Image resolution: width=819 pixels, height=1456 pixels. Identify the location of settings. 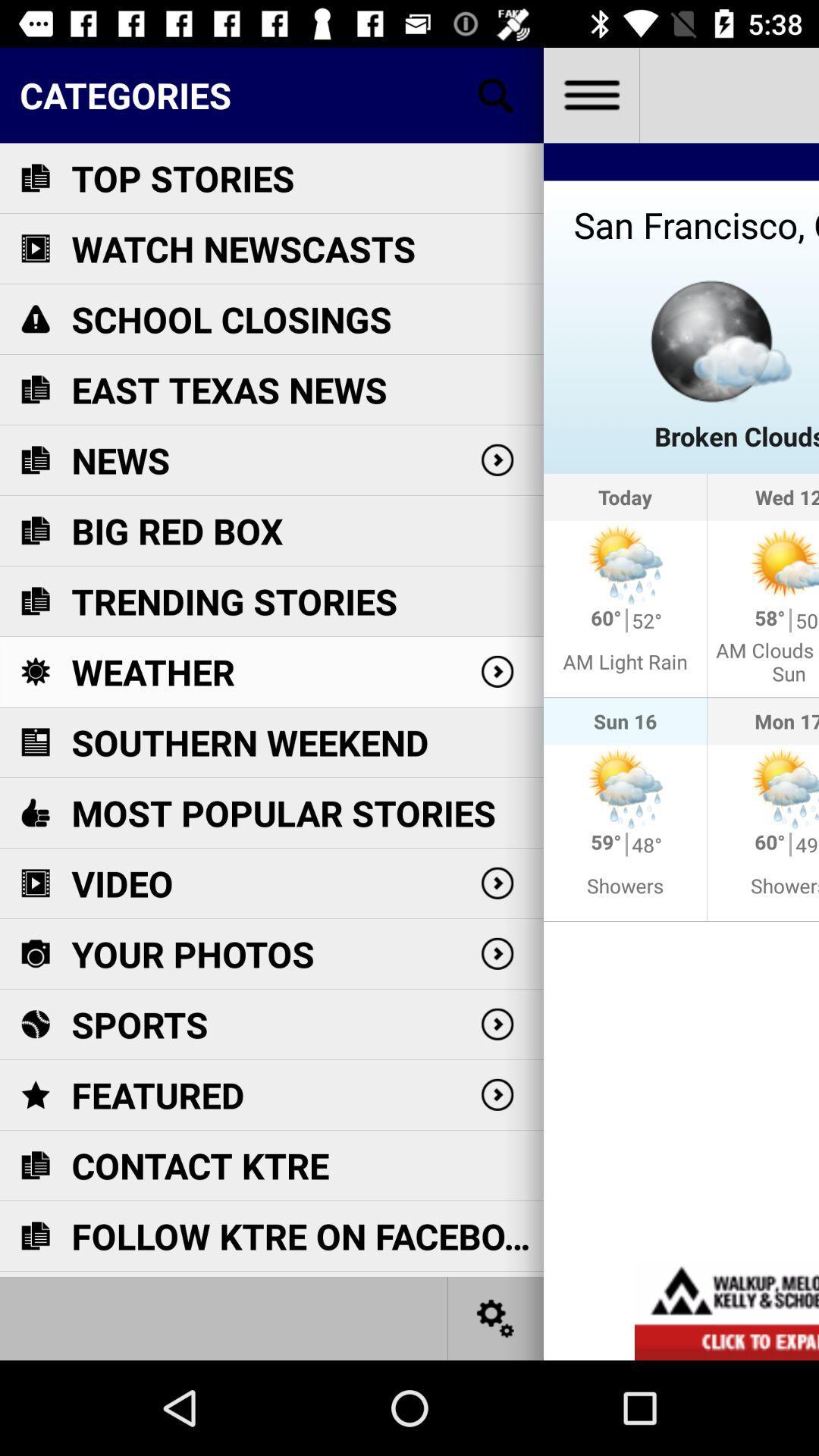
(496, 1317).